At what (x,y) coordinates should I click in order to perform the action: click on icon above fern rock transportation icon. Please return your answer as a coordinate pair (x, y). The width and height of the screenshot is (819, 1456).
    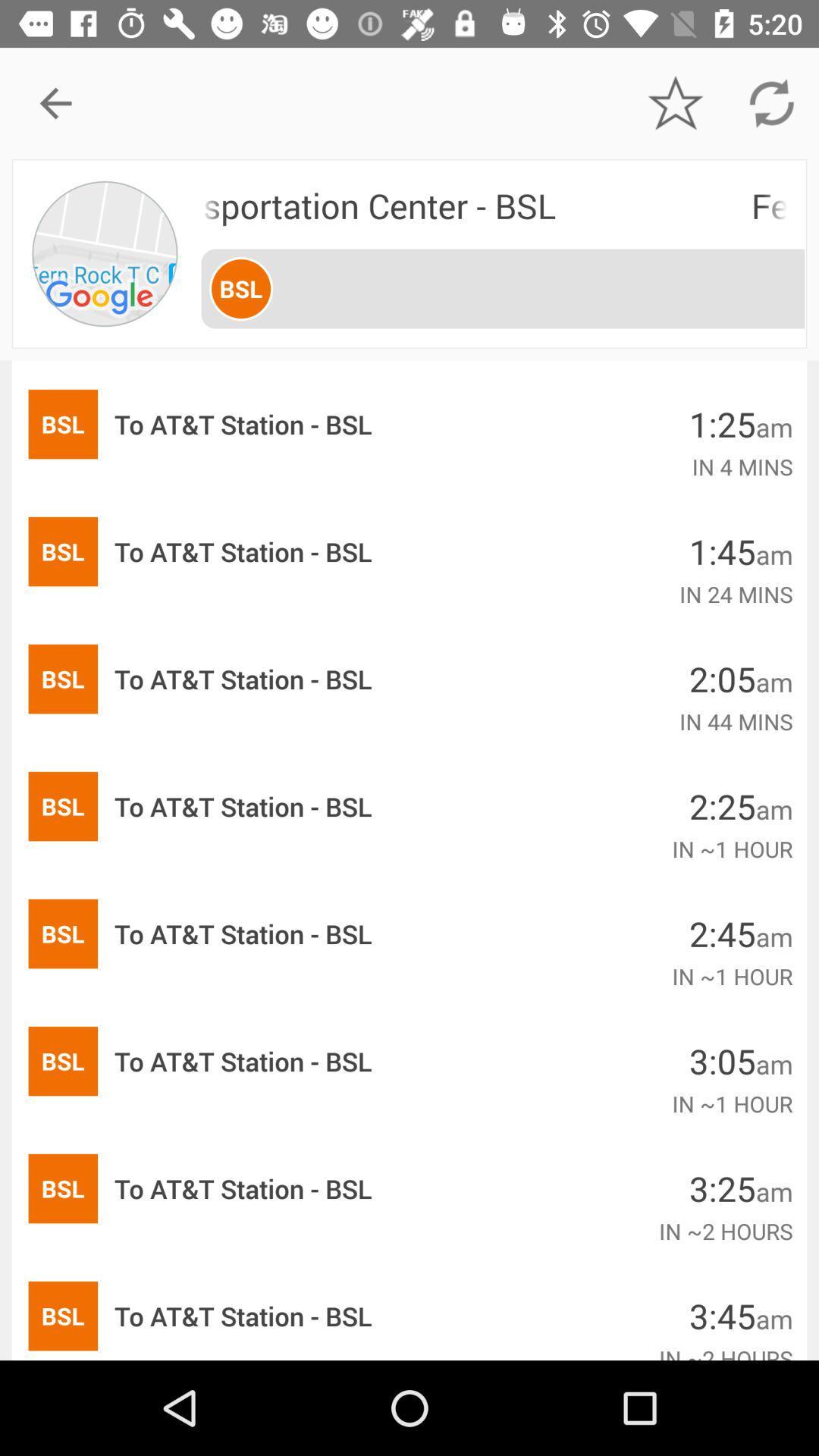
    Looking at the image, I should click on (675, 102).